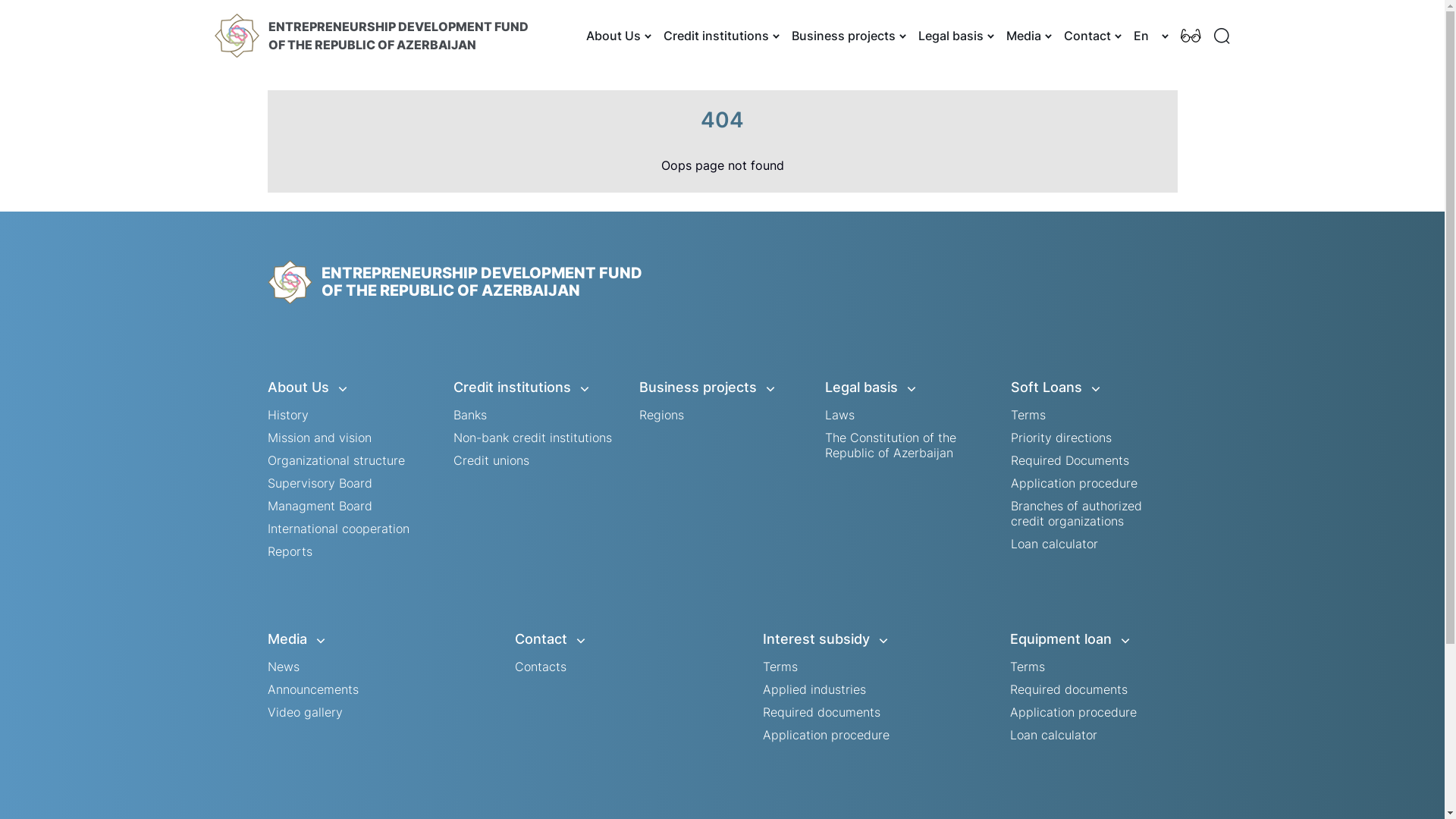 Image resolution: width=1456 pixels, height=819 pixels. What do you see at coordinates (537, 386) in the screenshot?
I see `'Credit institutions'` at bounding box center [537, 386].